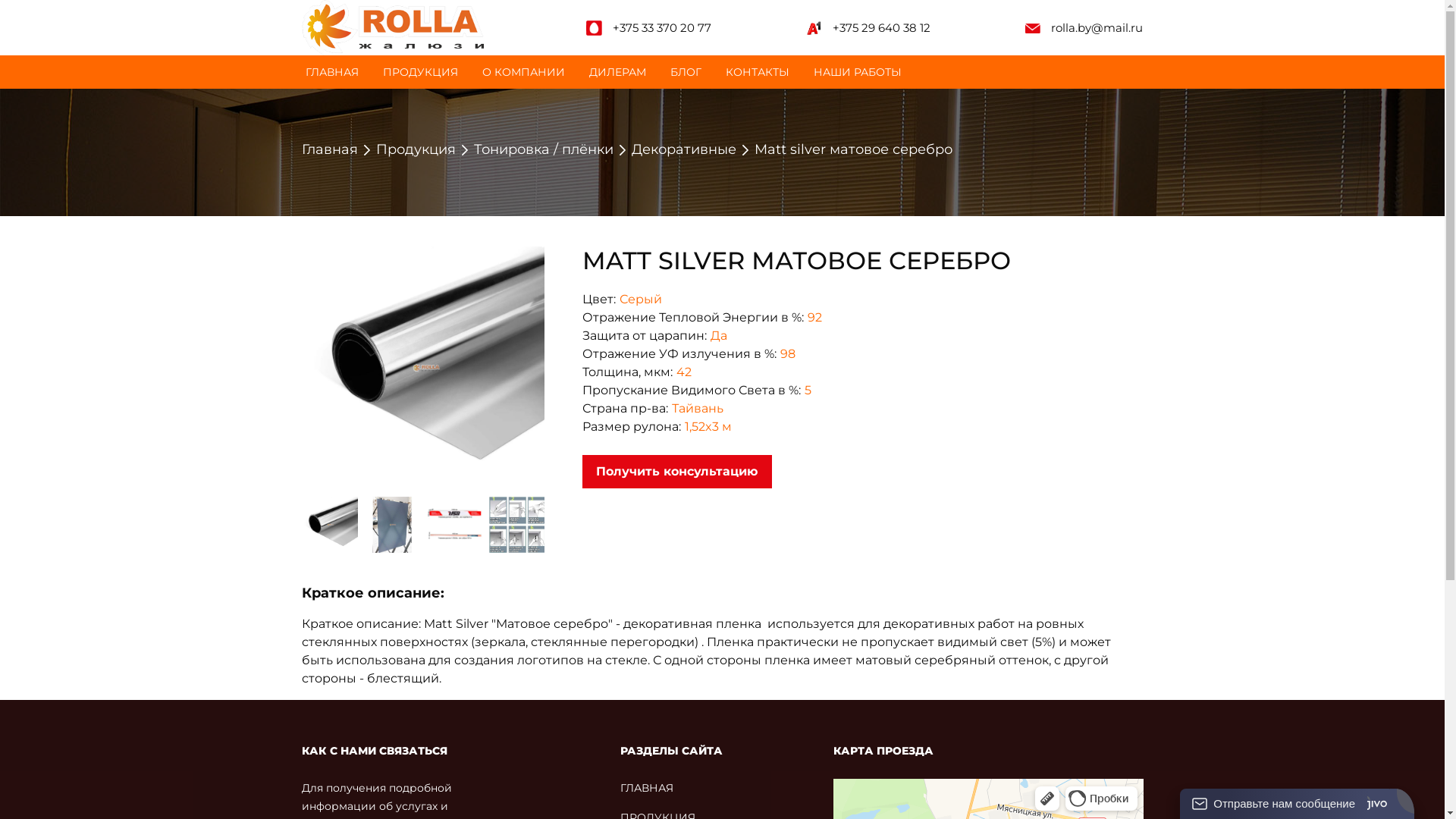 The width and height of the screenshot is (1456, 819). I want to click on '+375 33 370 20 77', so click(662, 27).